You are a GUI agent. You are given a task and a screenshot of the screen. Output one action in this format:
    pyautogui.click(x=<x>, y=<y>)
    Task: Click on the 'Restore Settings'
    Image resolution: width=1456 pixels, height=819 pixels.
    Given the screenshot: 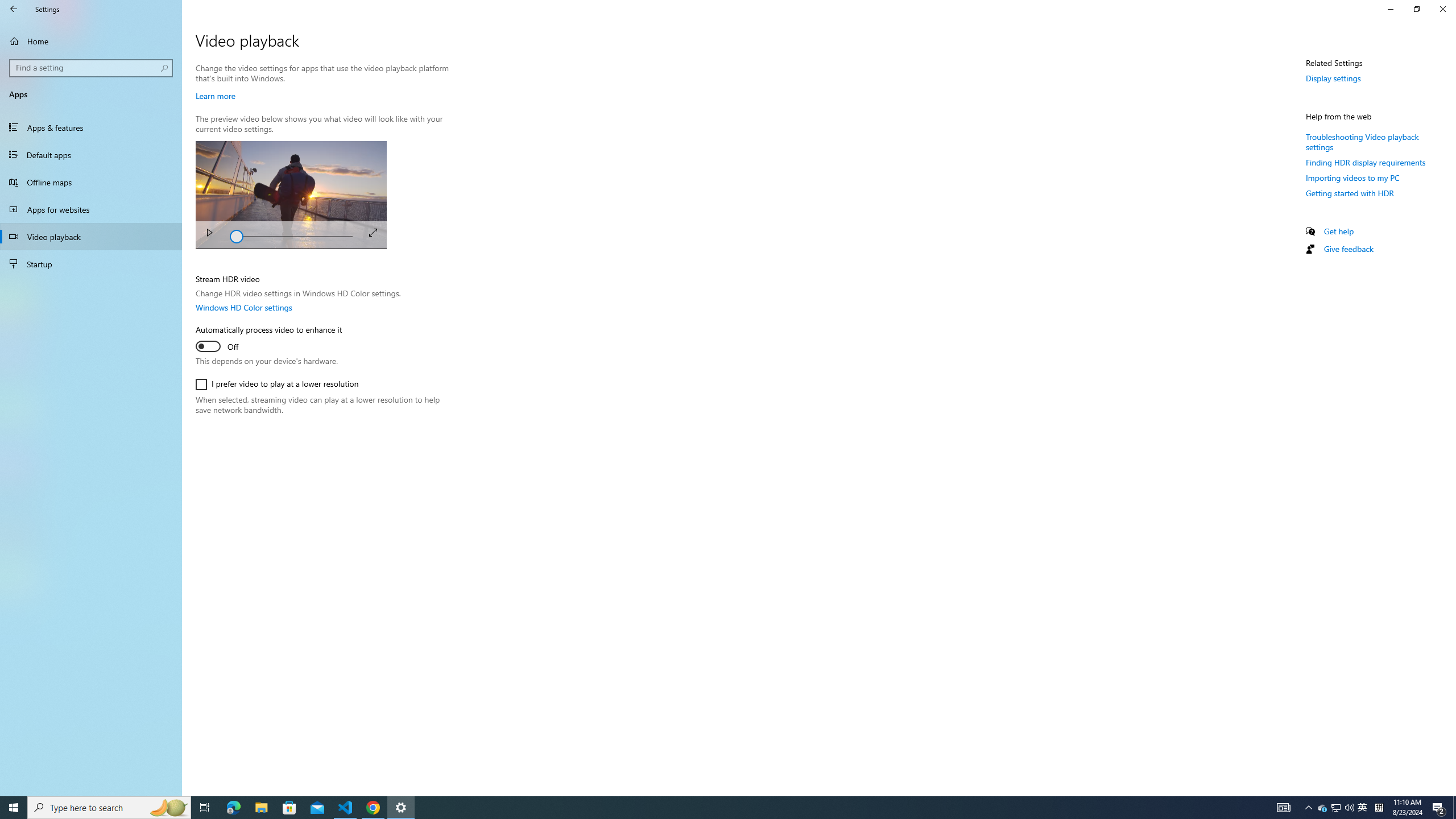 What is the action you would take?
    pyautogui.click(x=1416, y=9)
    